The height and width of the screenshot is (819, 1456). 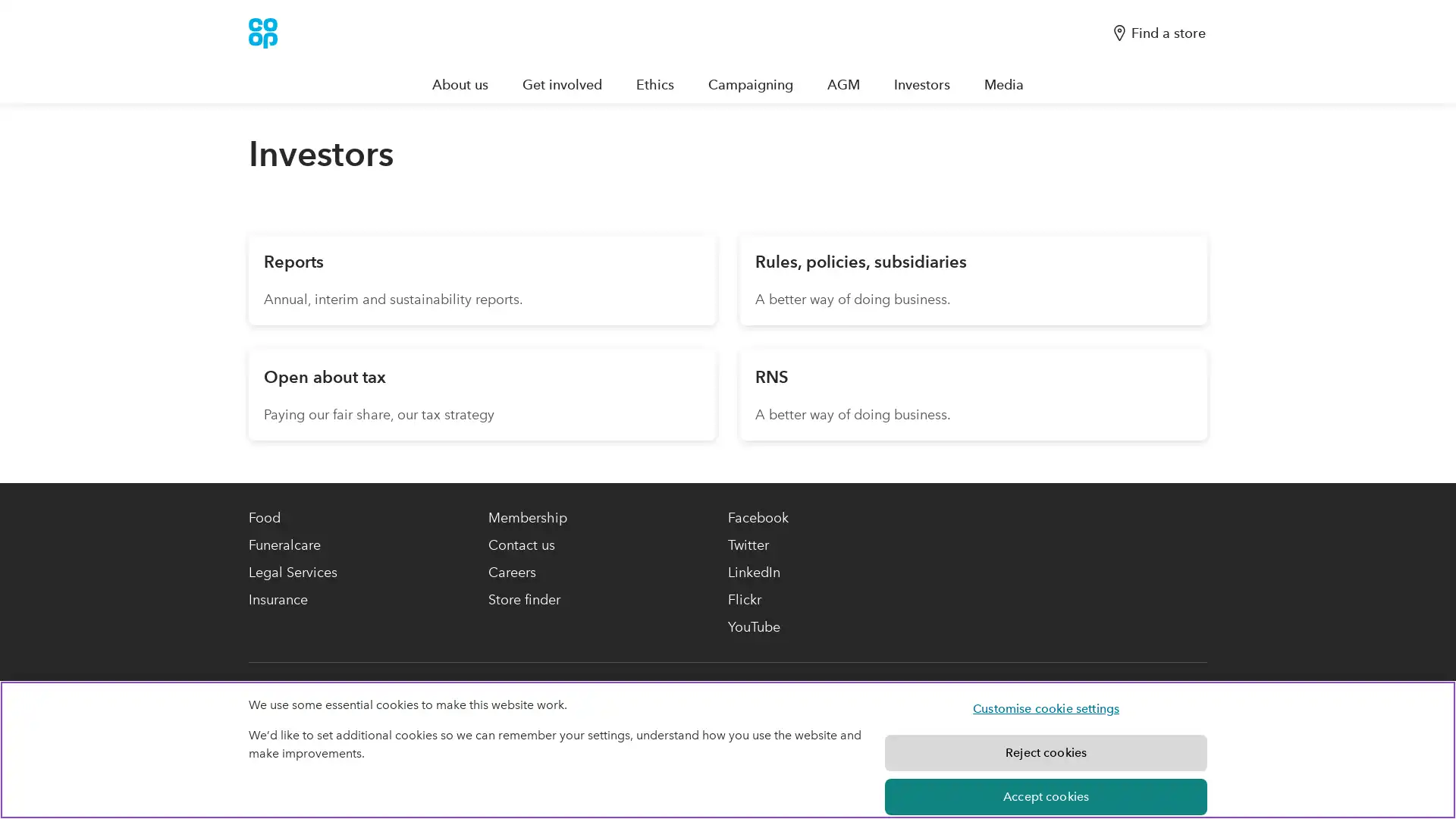 I want to click on Reject cookies, so click(x=1044, y=752).